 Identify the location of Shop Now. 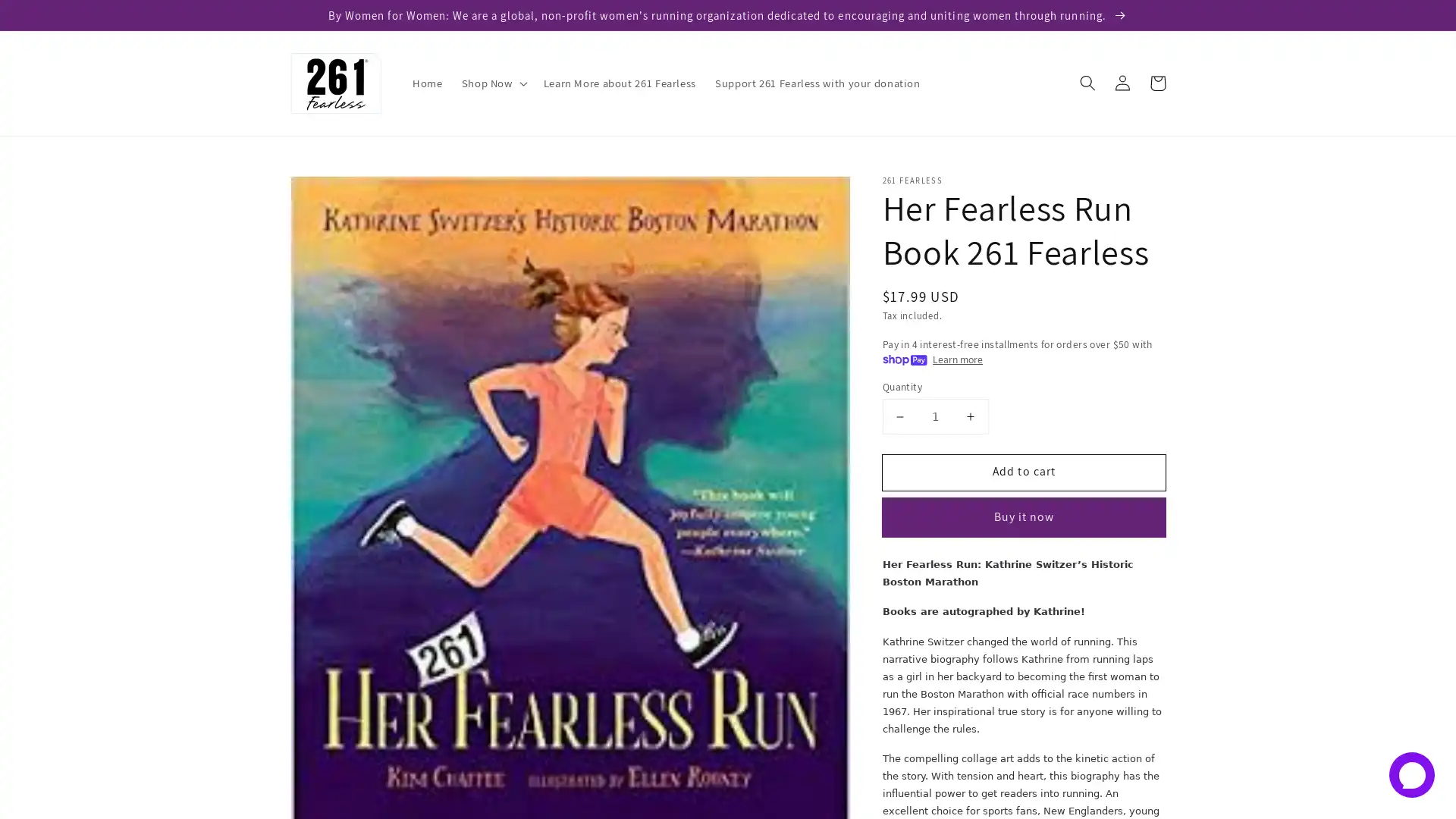
(492, 83).